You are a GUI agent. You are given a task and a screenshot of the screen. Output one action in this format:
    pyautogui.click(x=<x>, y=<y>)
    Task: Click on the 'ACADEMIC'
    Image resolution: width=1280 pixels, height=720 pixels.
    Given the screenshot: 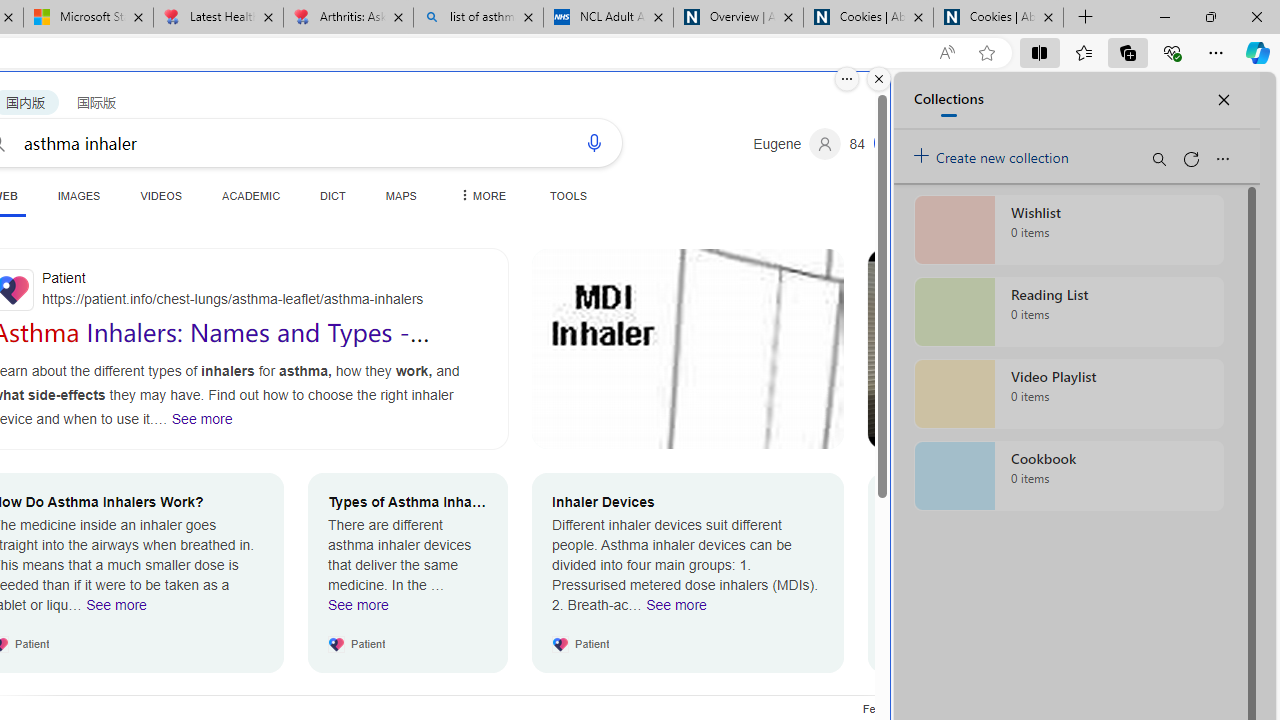 What is the action you would take?
    pyautogui.click(x=250, y=195)
    